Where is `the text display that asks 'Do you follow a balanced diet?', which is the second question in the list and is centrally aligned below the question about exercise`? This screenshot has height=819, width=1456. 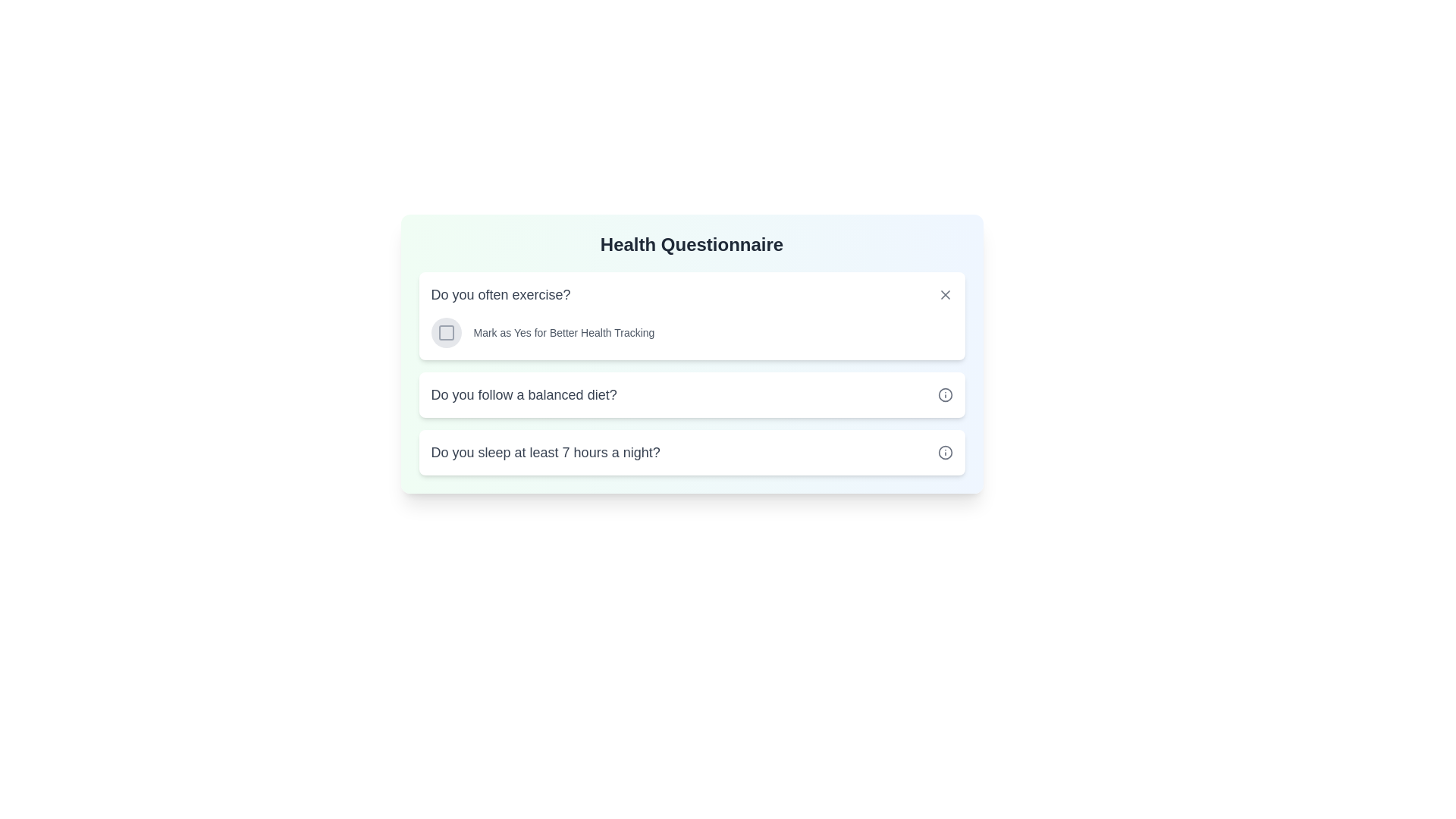 the text display that asks 'Do you follow a balanced diet?', which is the second question in the list and is centrally aligned below the question about exercise is located at coordinates (524, 394).